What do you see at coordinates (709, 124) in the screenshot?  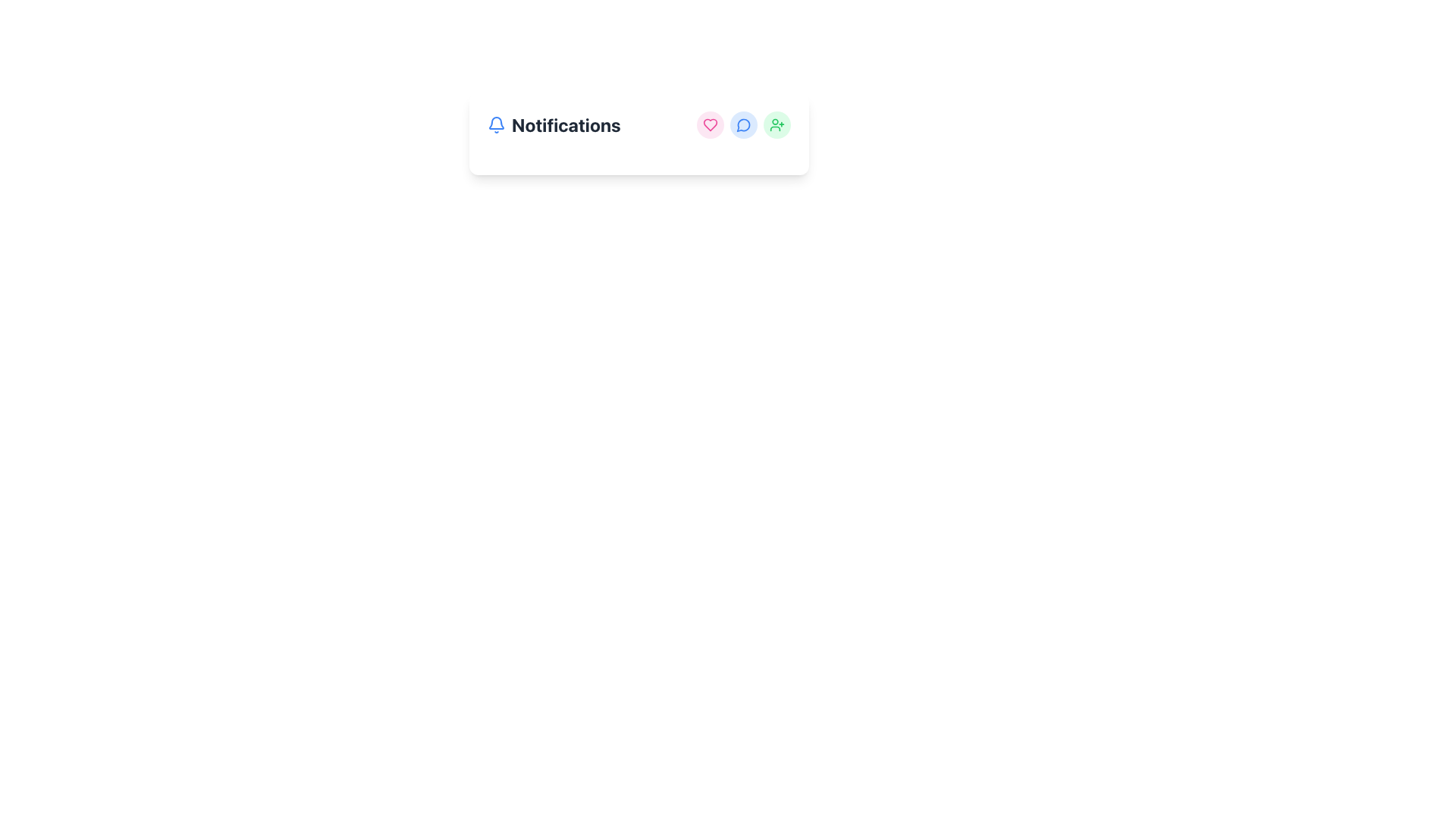 I see `the stylized vector heart icon with a pink color fill, located to the right of the 'Notifications' text, to indicate a 'like' or 'favorite' action` at bounding box center [709, 124].